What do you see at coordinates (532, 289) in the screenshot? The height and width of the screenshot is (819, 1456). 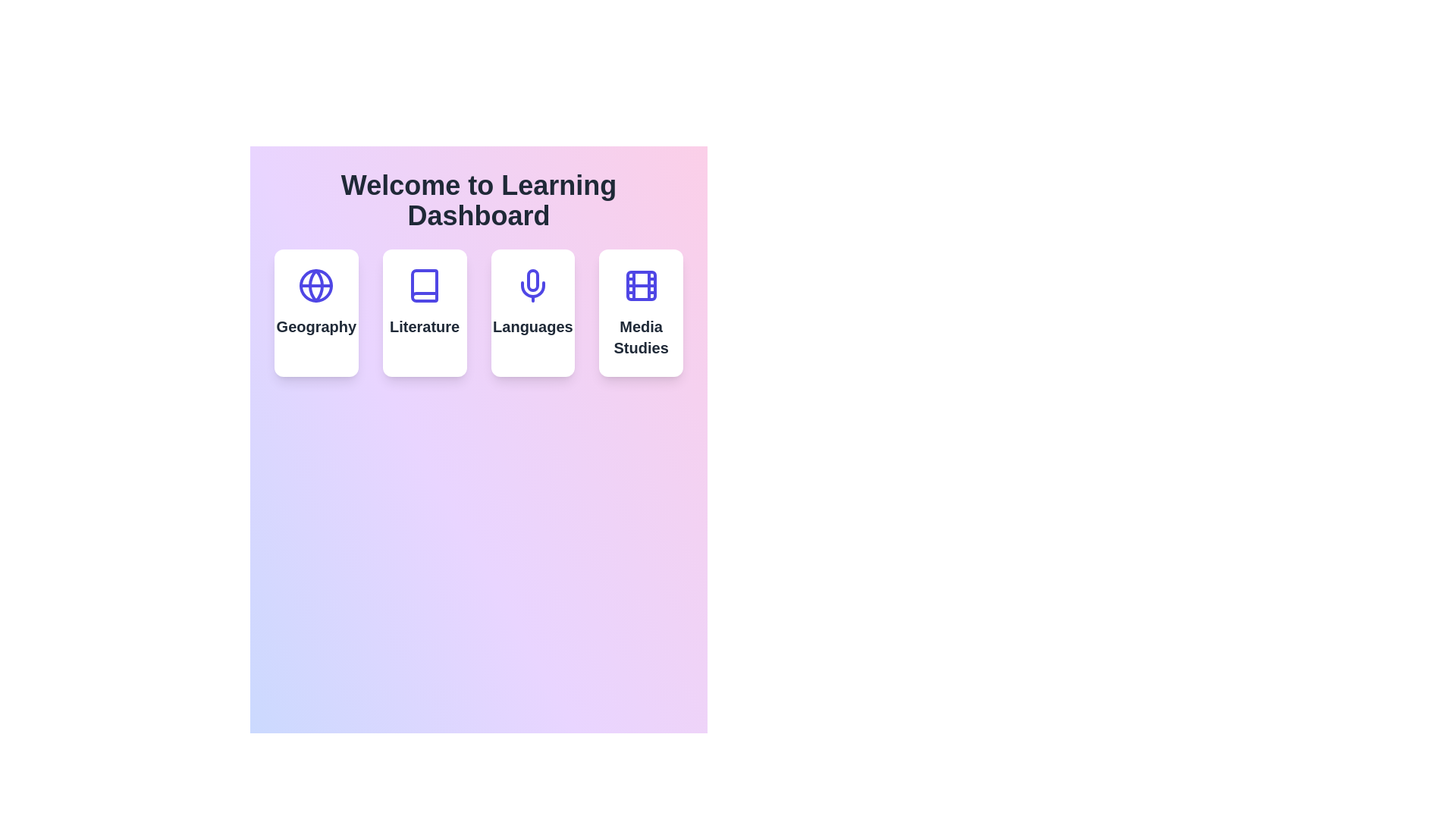 I see `the arc-like shape at the bottom of the microphone icon within the 'Languages' section in the third card from the left` at bounding box center [532, 289].